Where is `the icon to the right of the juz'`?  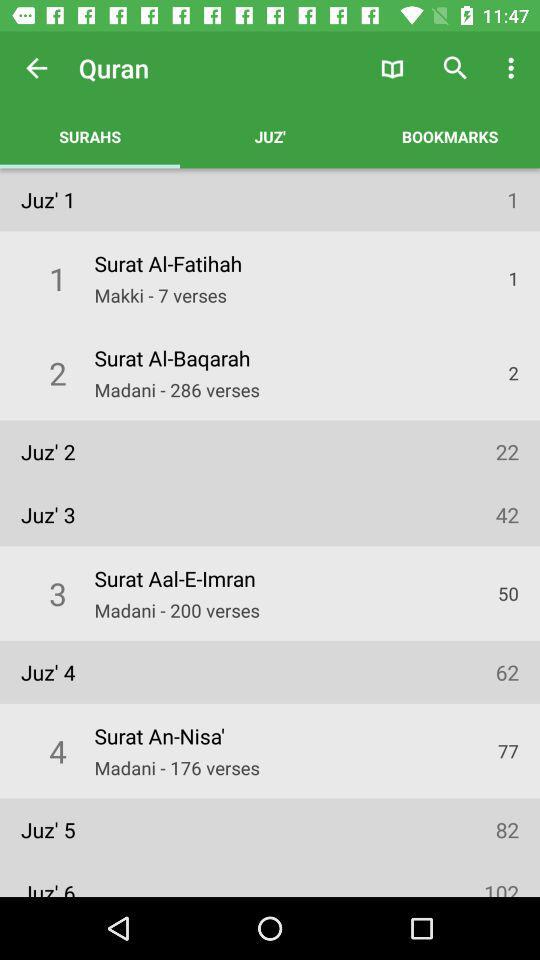 the icon to the right of the juz' is located at coordinates (392, 68).